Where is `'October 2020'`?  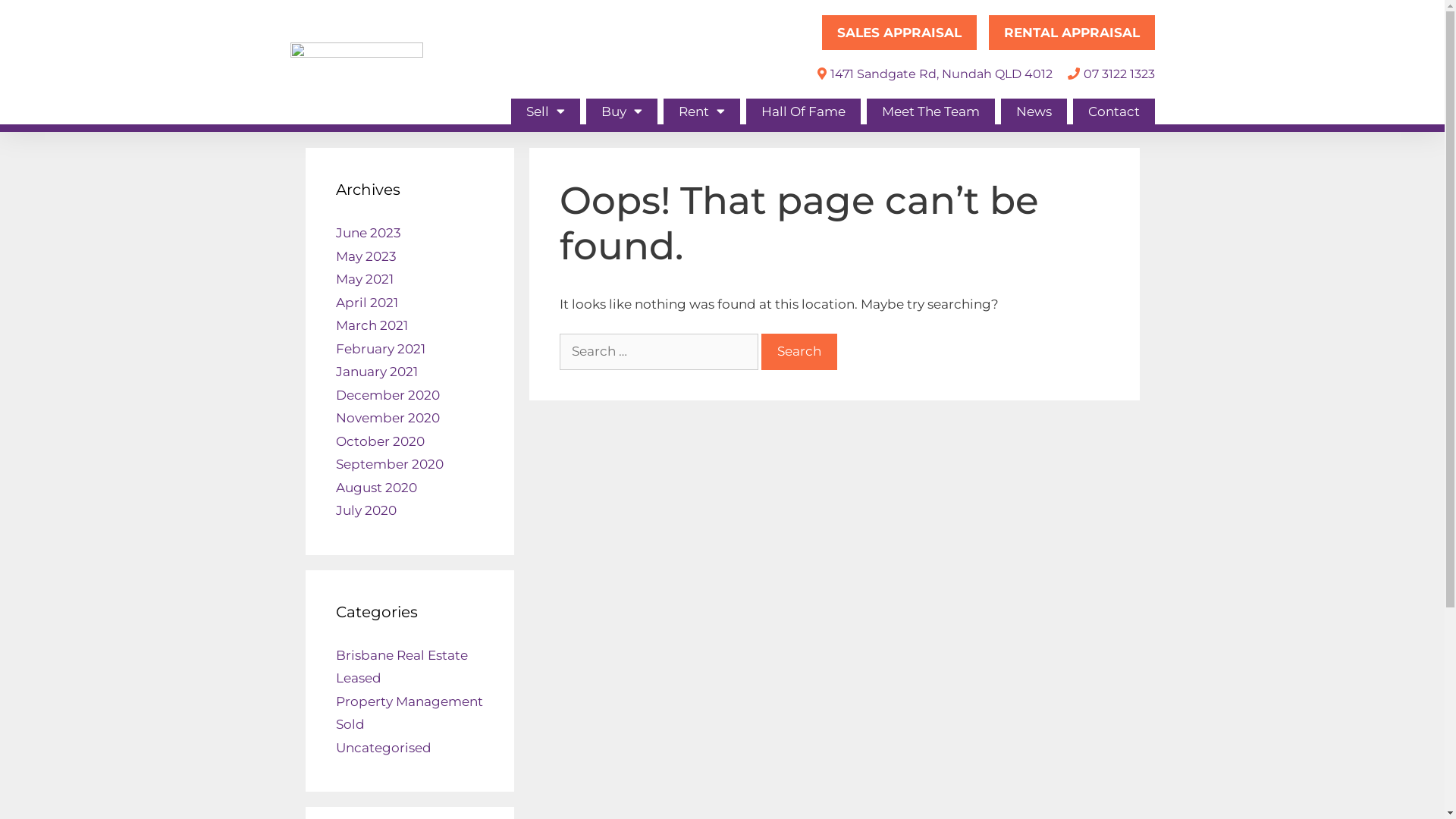 'October 2020' is located at coordinates (379, 441).